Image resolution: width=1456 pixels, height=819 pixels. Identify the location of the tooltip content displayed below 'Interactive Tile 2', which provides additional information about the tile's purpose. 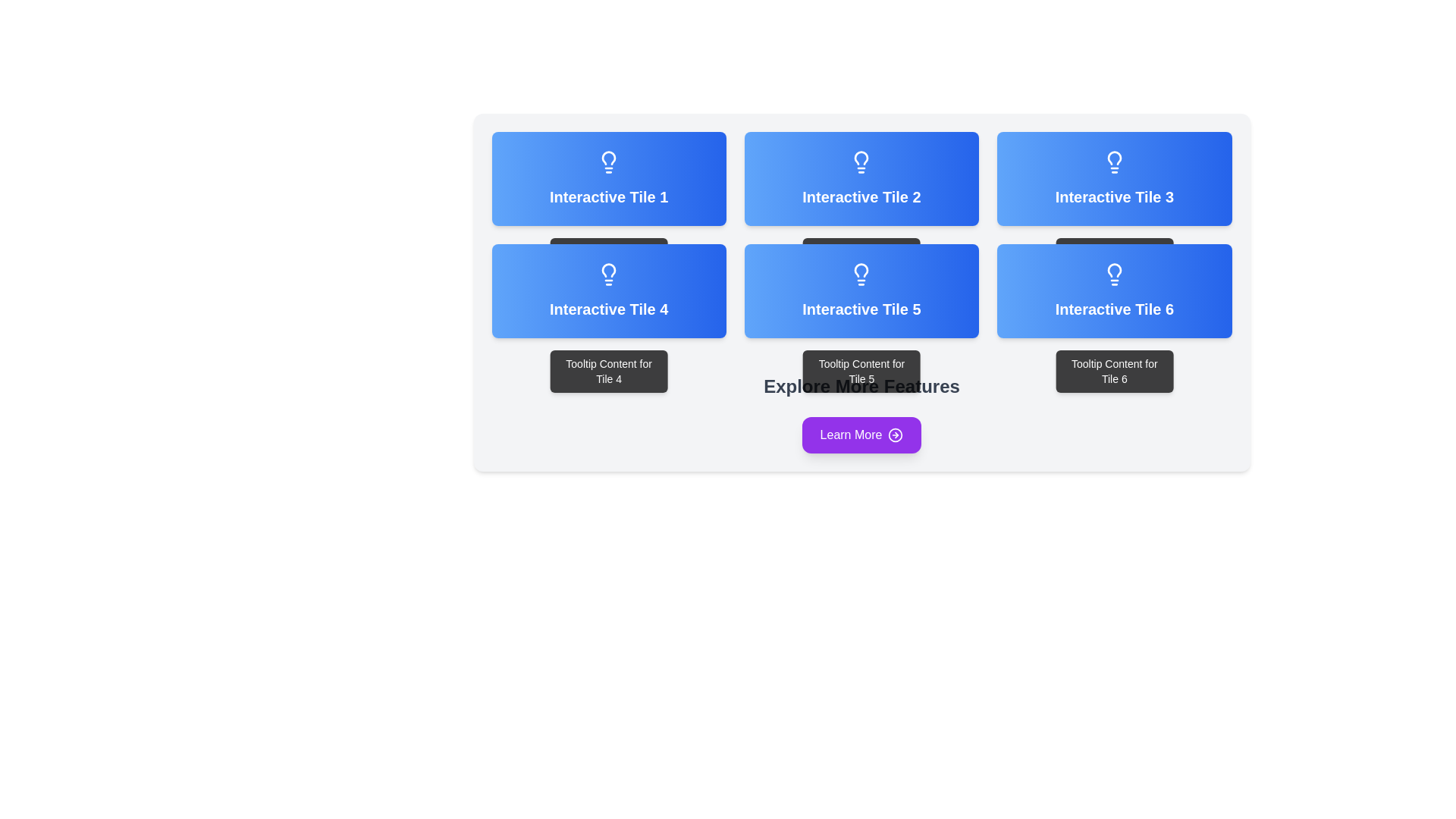
(861, 259).